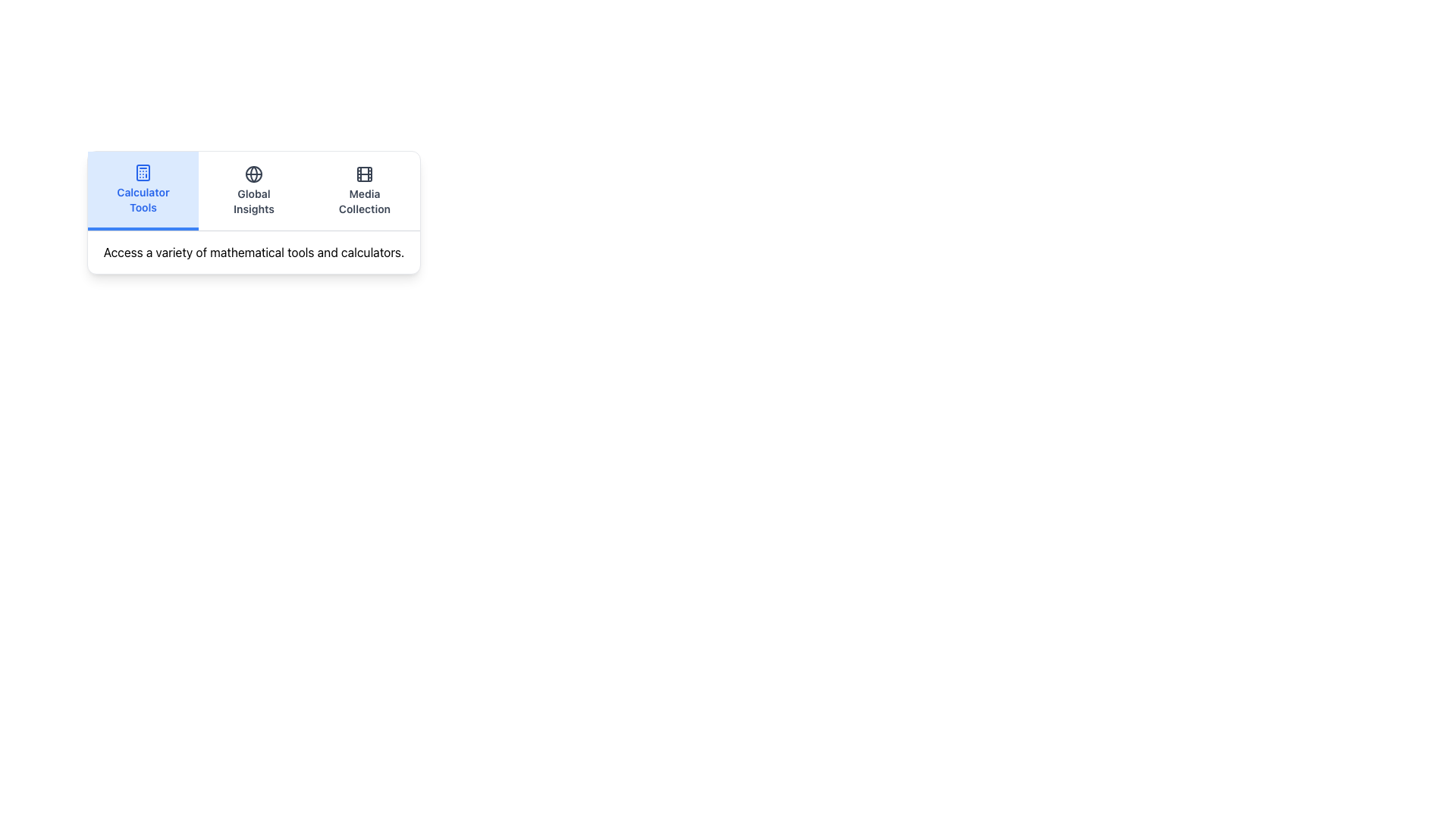 The width and height of the screenshot is (1456, 819). What do you see at coordinates (254, 190) in the screenshot?
I see `the section of the Navigation Tab Bar` at bounding box center [254, 190].